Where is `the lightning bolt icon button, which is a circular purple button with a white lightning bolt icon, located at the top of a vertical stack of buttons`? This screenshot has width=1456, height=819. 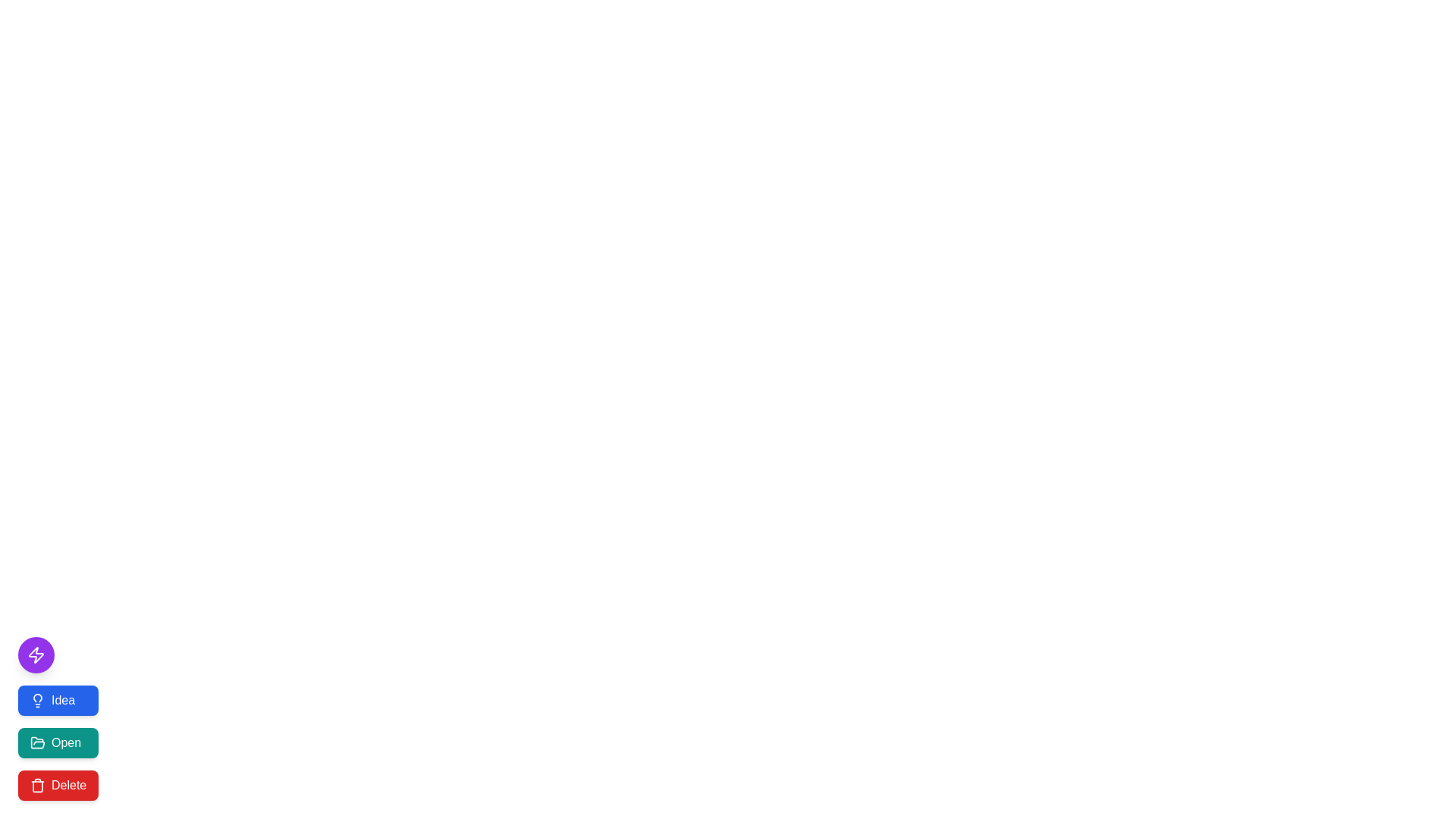 the lightning bolt icon button, which is a circular purple button with a white lightning bolt icon, located at the top of a vertical stack of buttons is located at coordinates (36, 654).